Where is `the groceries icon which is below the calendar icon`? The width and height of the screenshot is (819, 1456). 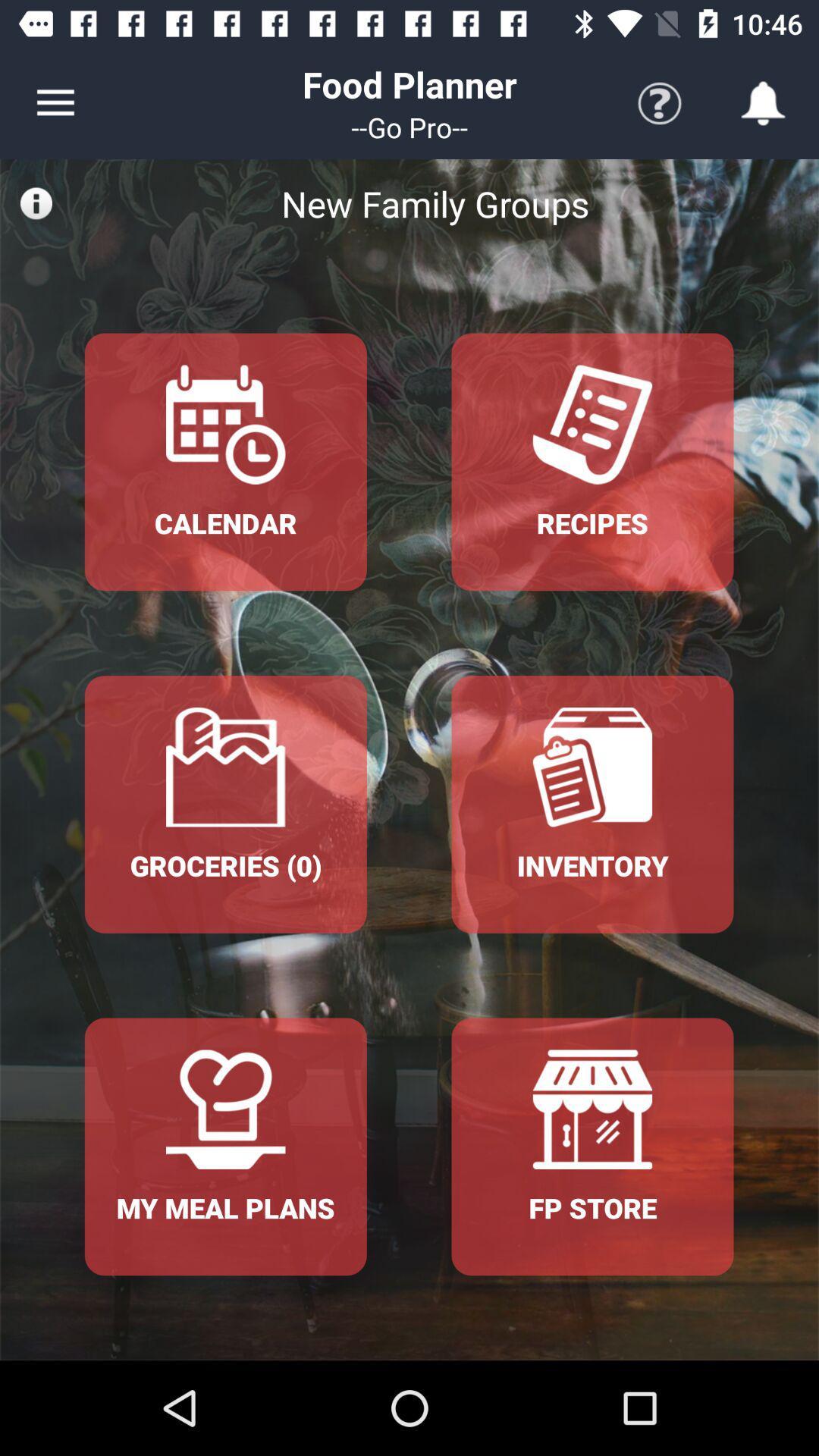
the groceries icon which is below the calendar icon is located at coordinates (225, 803).